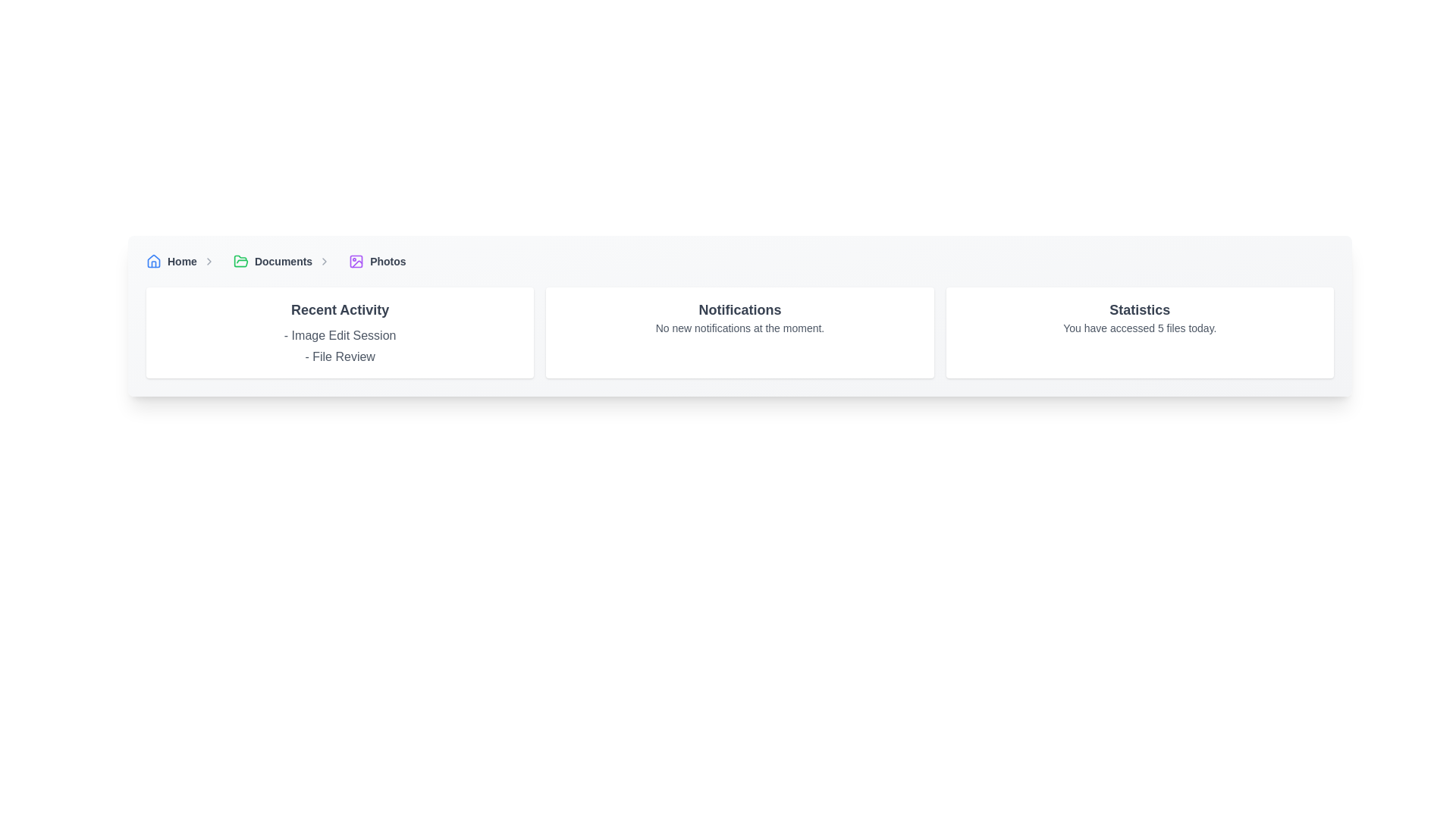 This screenshot has width=1456, height=819. I want to click on keyboard navigation, so click(153, 260).